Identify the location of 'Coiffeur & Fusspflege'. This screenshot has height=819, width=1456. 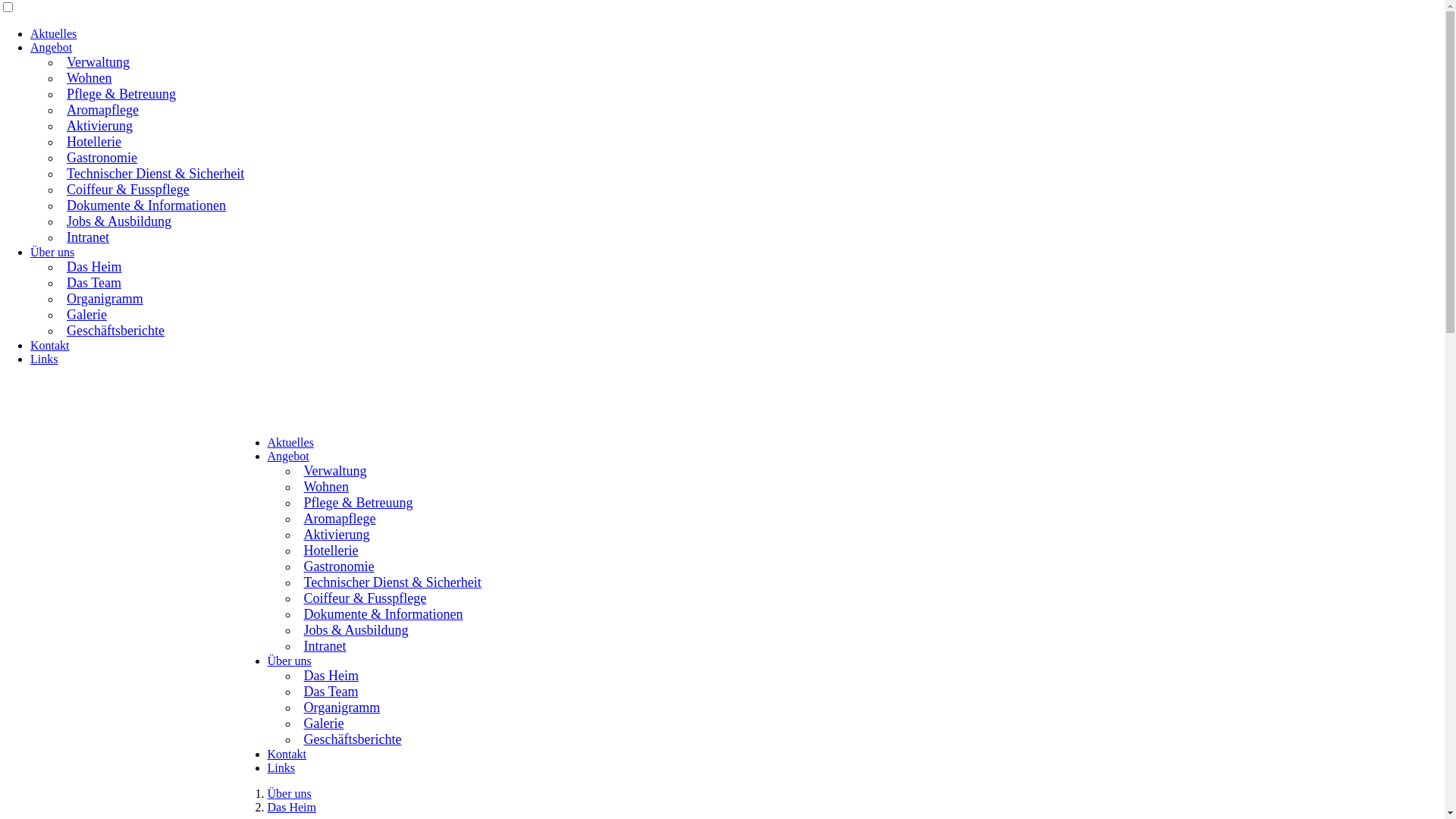
(127, 187).